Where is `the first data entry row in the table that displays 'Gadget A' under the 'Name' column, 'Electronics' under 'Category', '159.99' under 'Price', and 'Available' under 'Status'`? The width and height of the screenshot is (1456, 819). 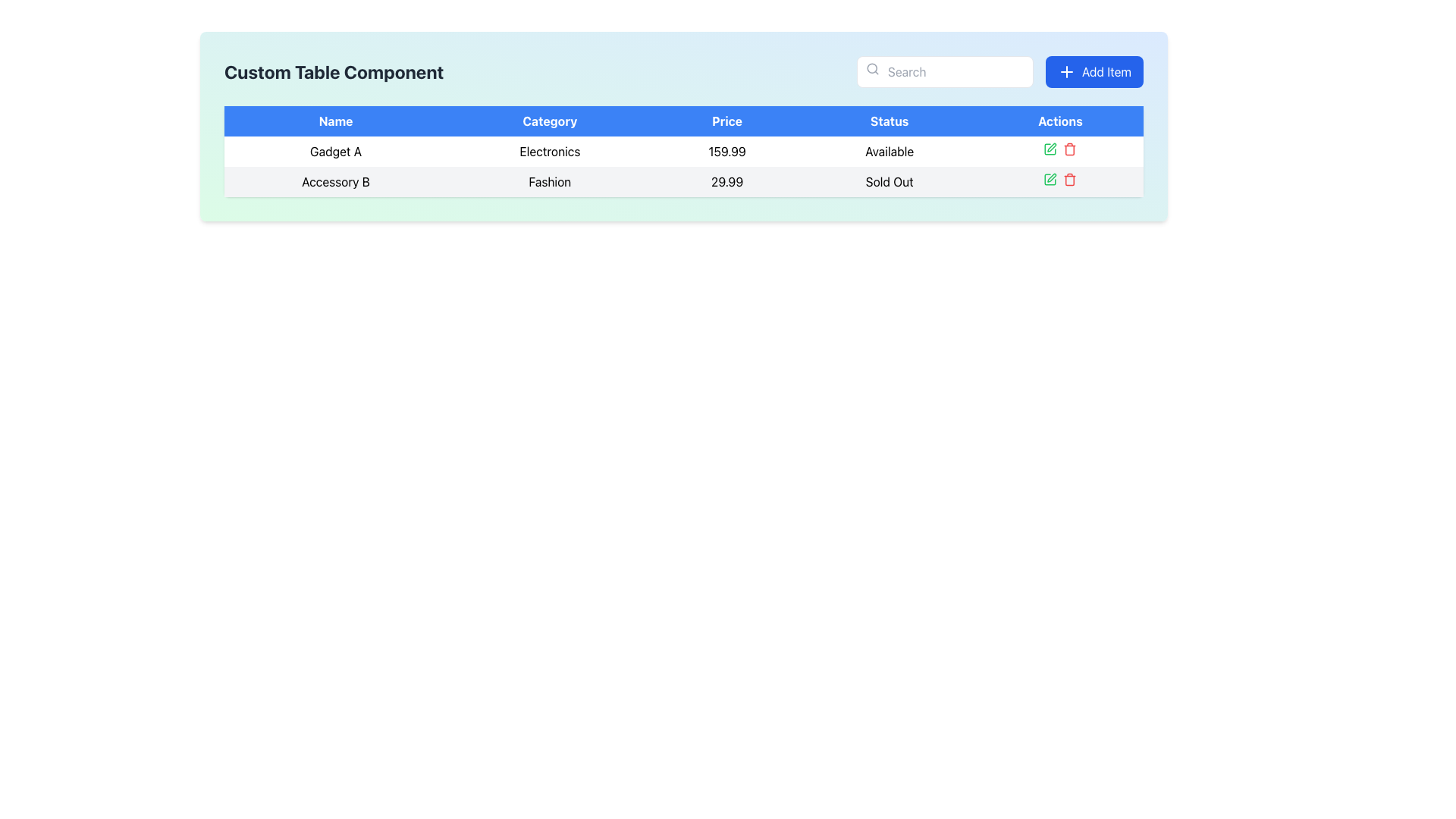
the first data entry row in the table that displays 'Gadget A' under the 'Name' column, 'Electronics' under 'Category', '159.99' under 'Price', and 'Available' under 'Status' is located at coordinates (683, 166).